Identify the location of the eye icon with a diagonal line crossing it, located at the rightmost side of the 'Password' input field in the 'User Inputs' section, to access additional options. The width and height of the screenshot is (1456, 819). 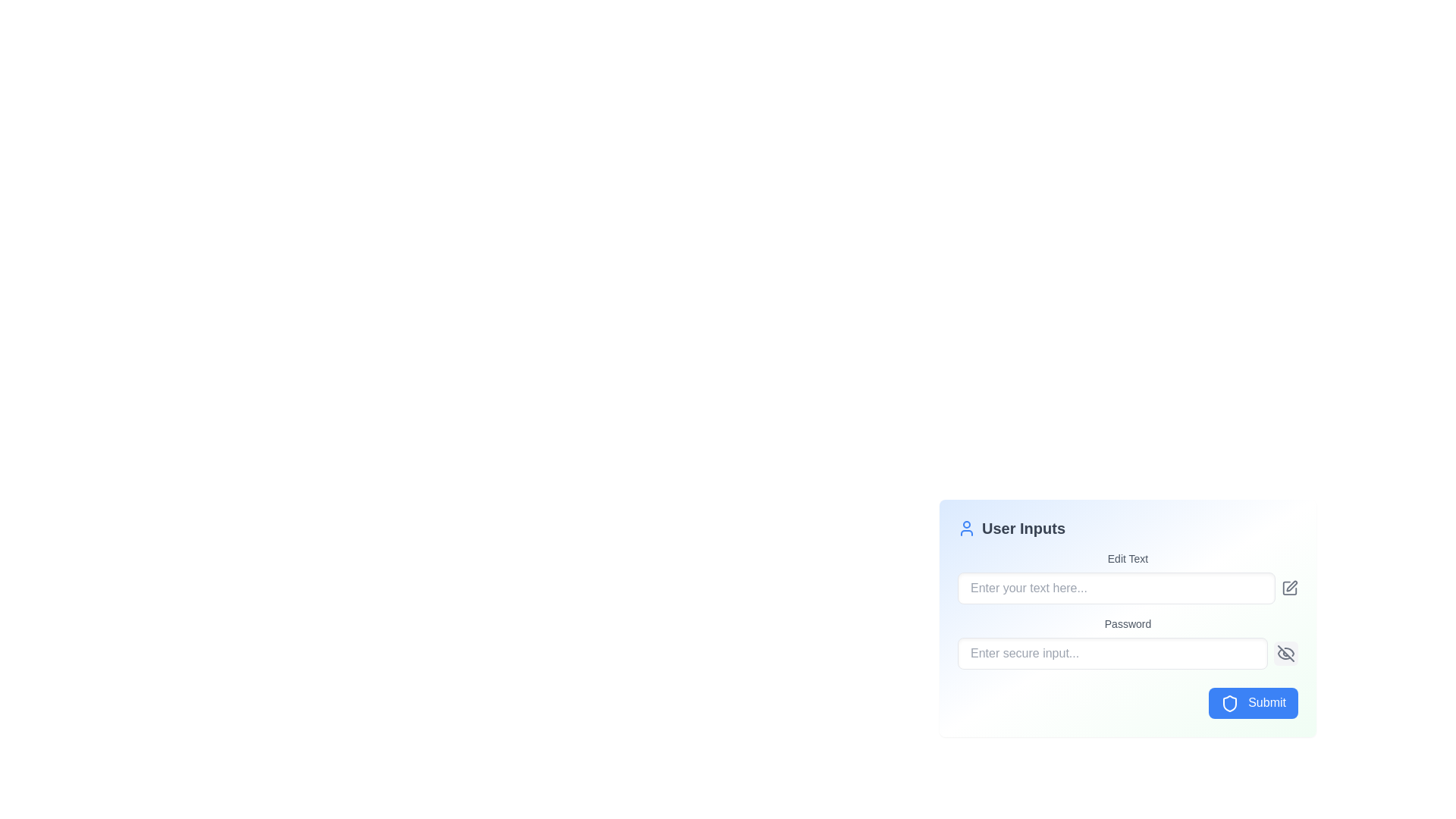
(1285, 652).